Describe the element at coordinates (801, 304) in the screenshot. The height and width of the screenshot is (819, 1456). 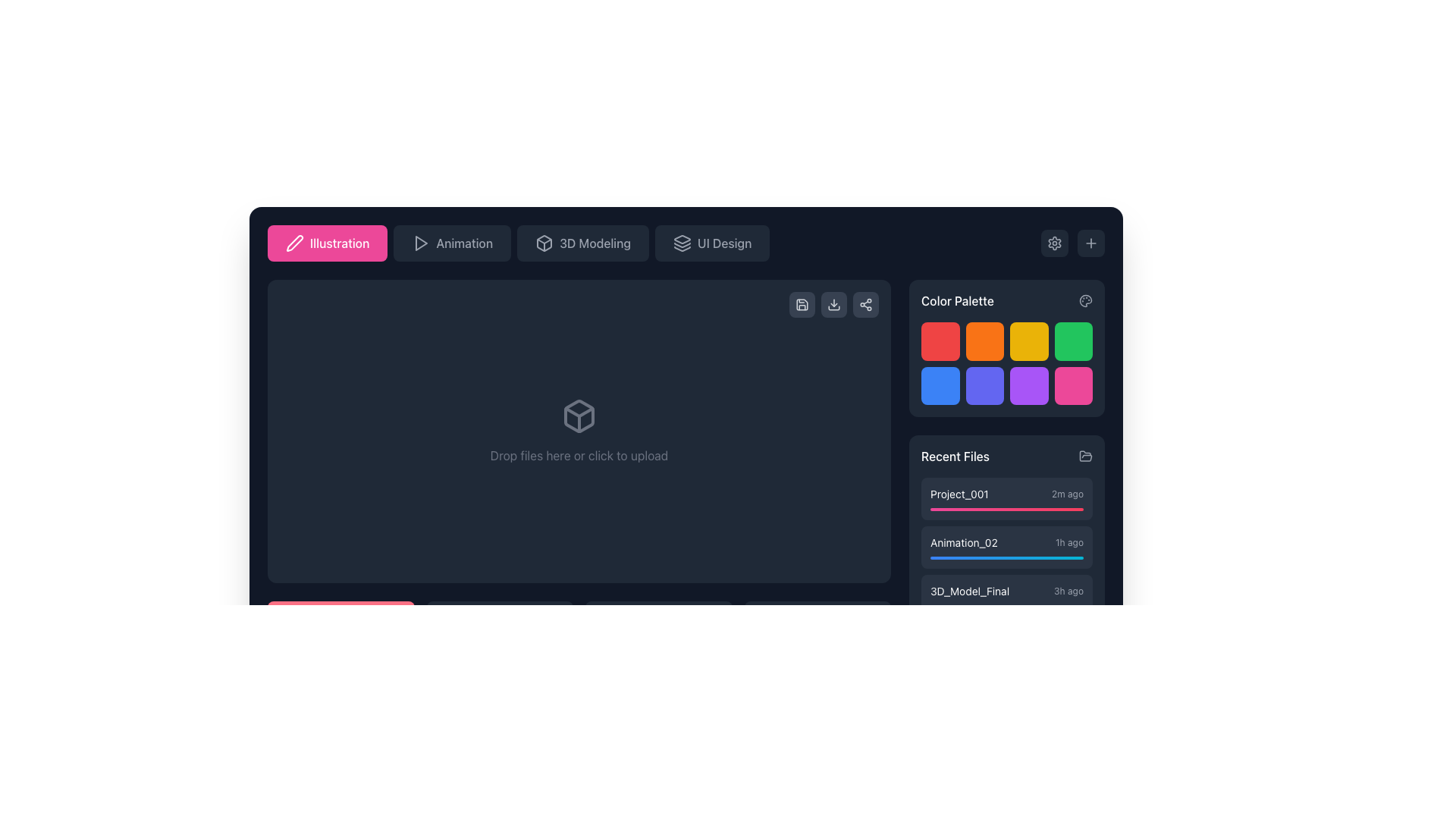
I see `the floppy disk icon button located in the top-right corner of the dark main panel` at that location.